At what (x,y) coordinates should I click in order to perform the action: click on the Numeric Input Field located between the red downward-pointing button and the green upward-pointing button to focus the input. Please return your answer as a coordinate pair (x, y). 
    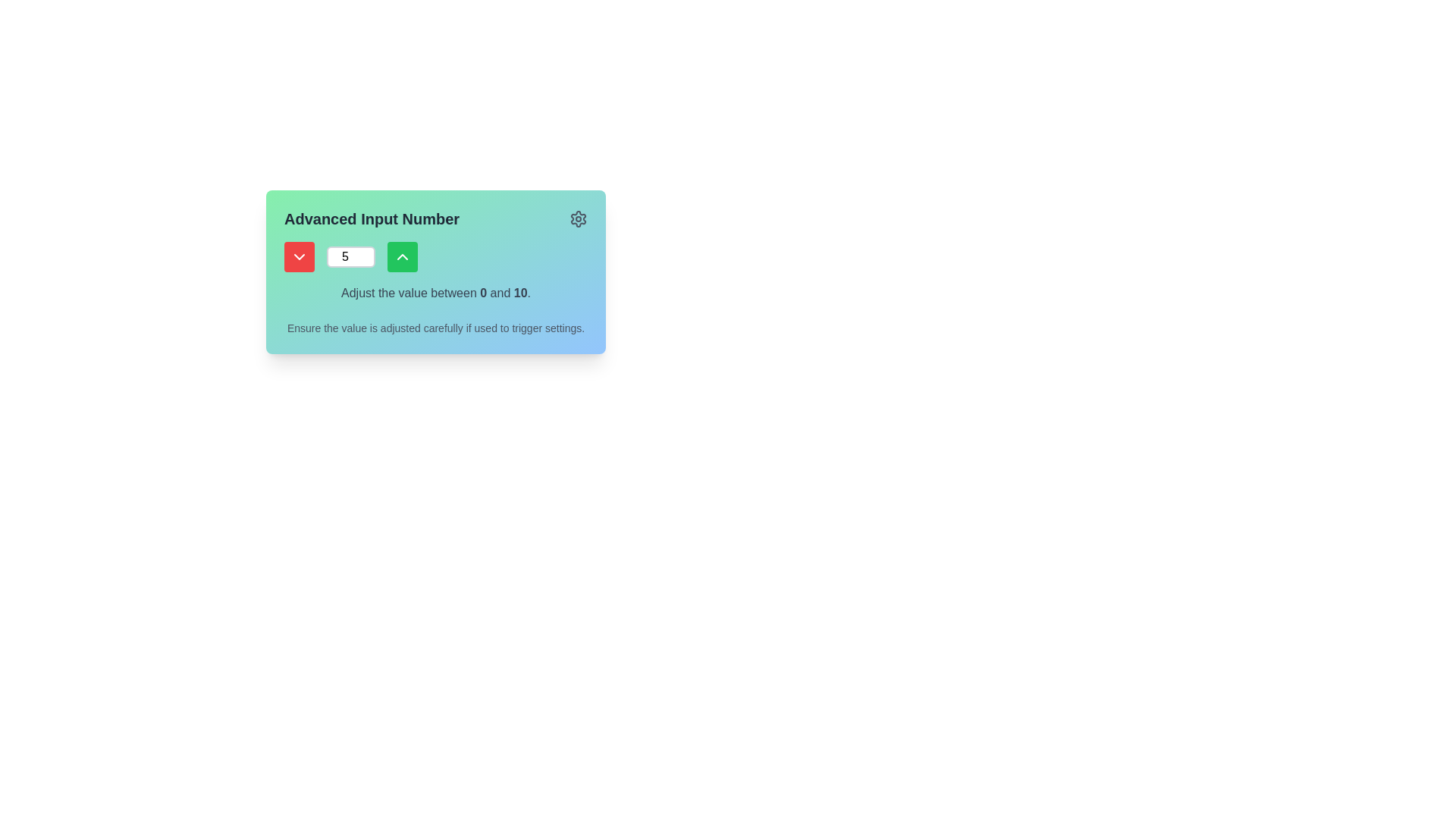
    Looking at the image, I should click on (350, 256).